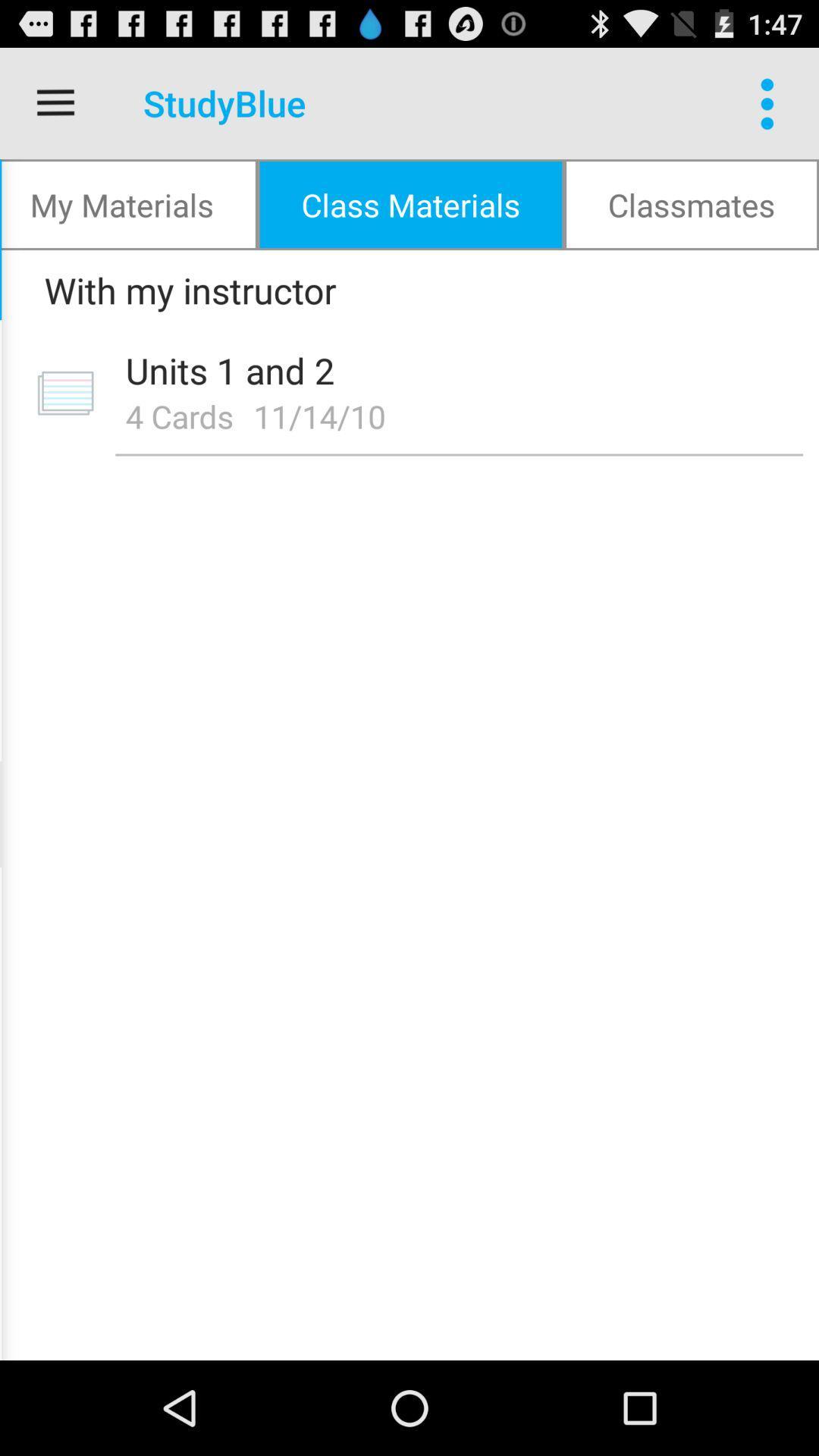 The height and width of the screenshot is (1456, 819). Describe the element at coordinates (178, 416) in the screenshot. I see `the icon below units 1 and icon` at that location.